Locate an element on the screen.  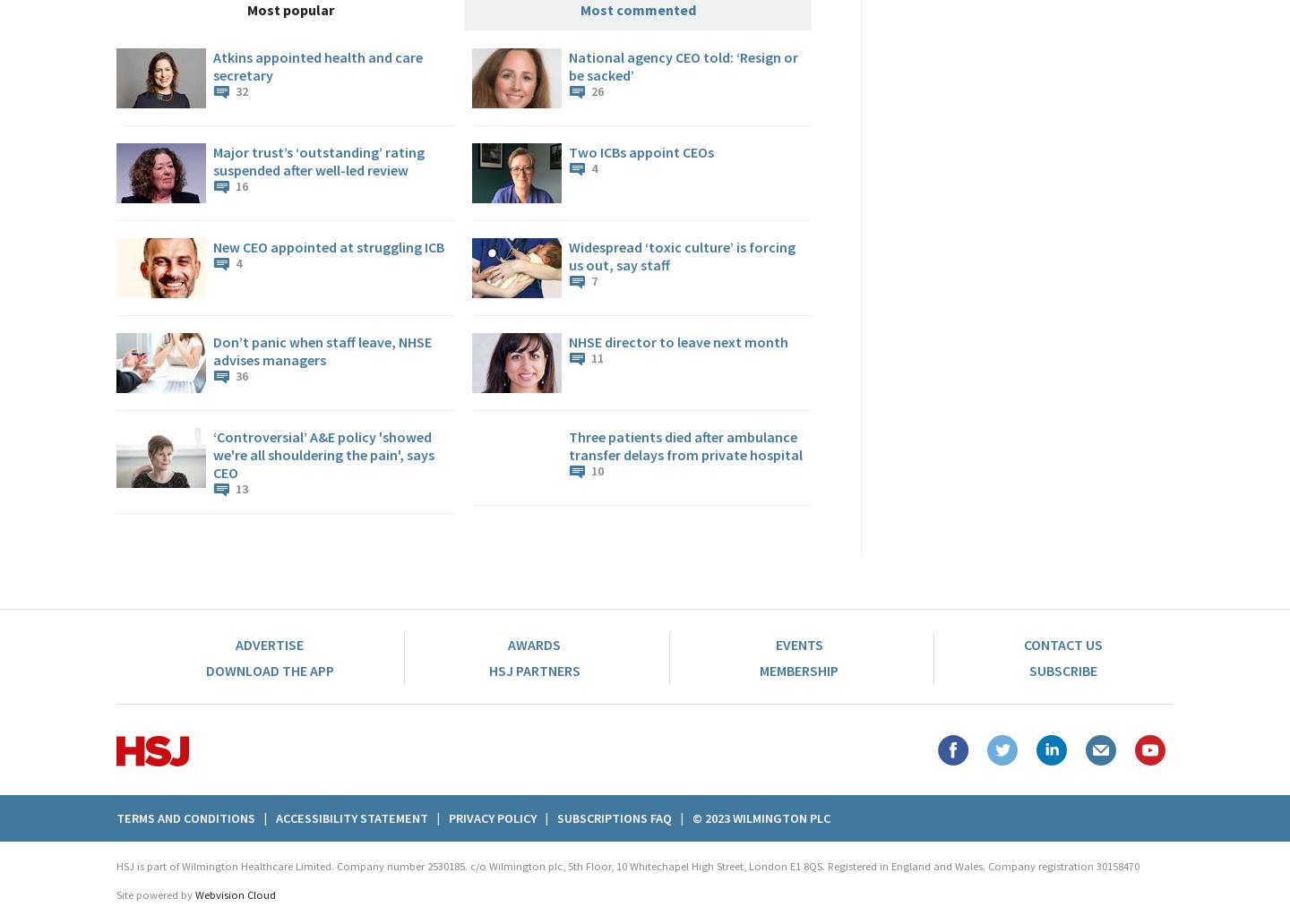
'Subscriptions FAQ' is located at coordinates (615, 817).